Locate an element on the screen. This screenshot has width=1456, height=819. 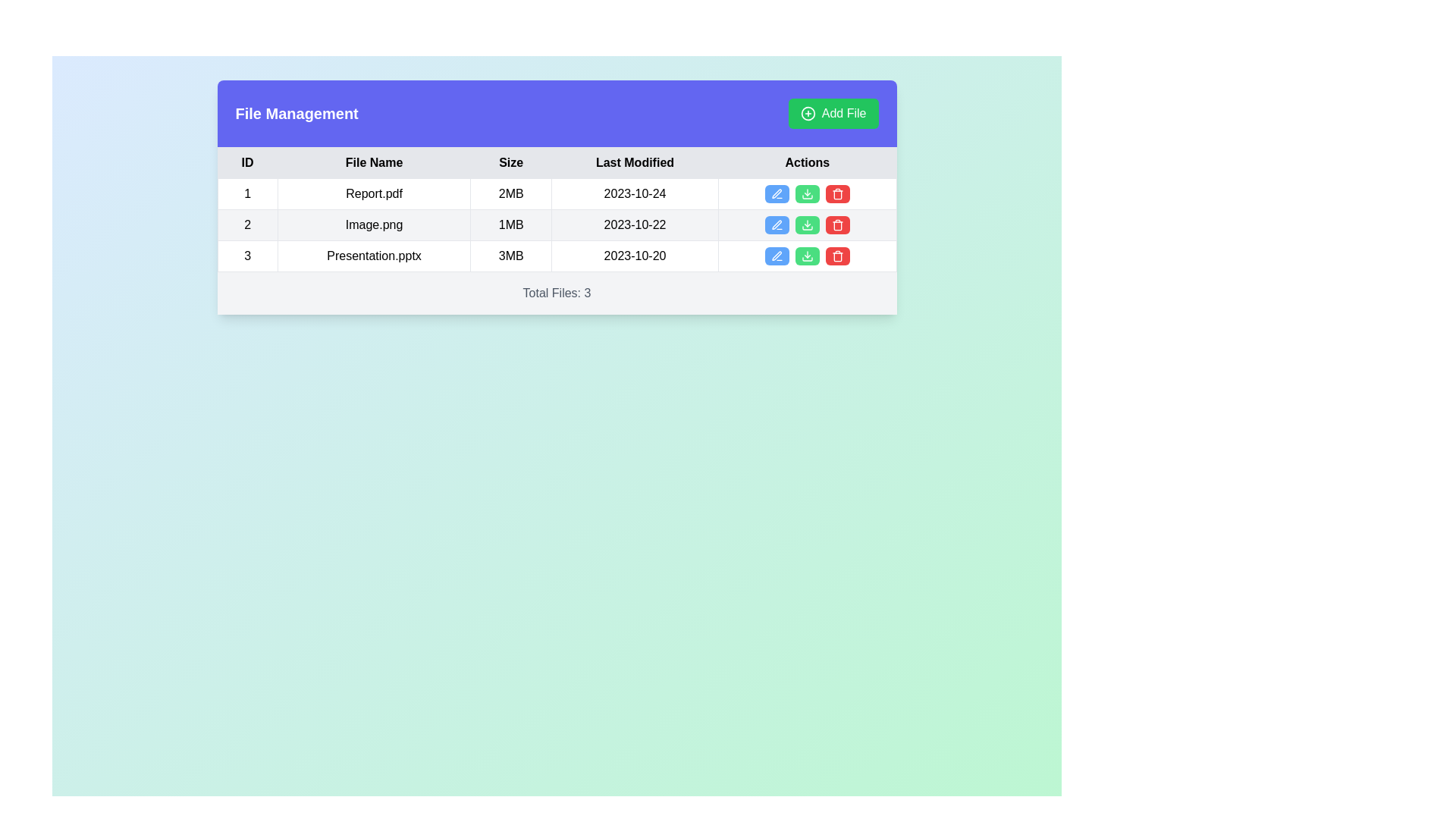
the red trash bin icon in the 'Actions' column of the third row in the file management table is located at coordinates (836, 256).